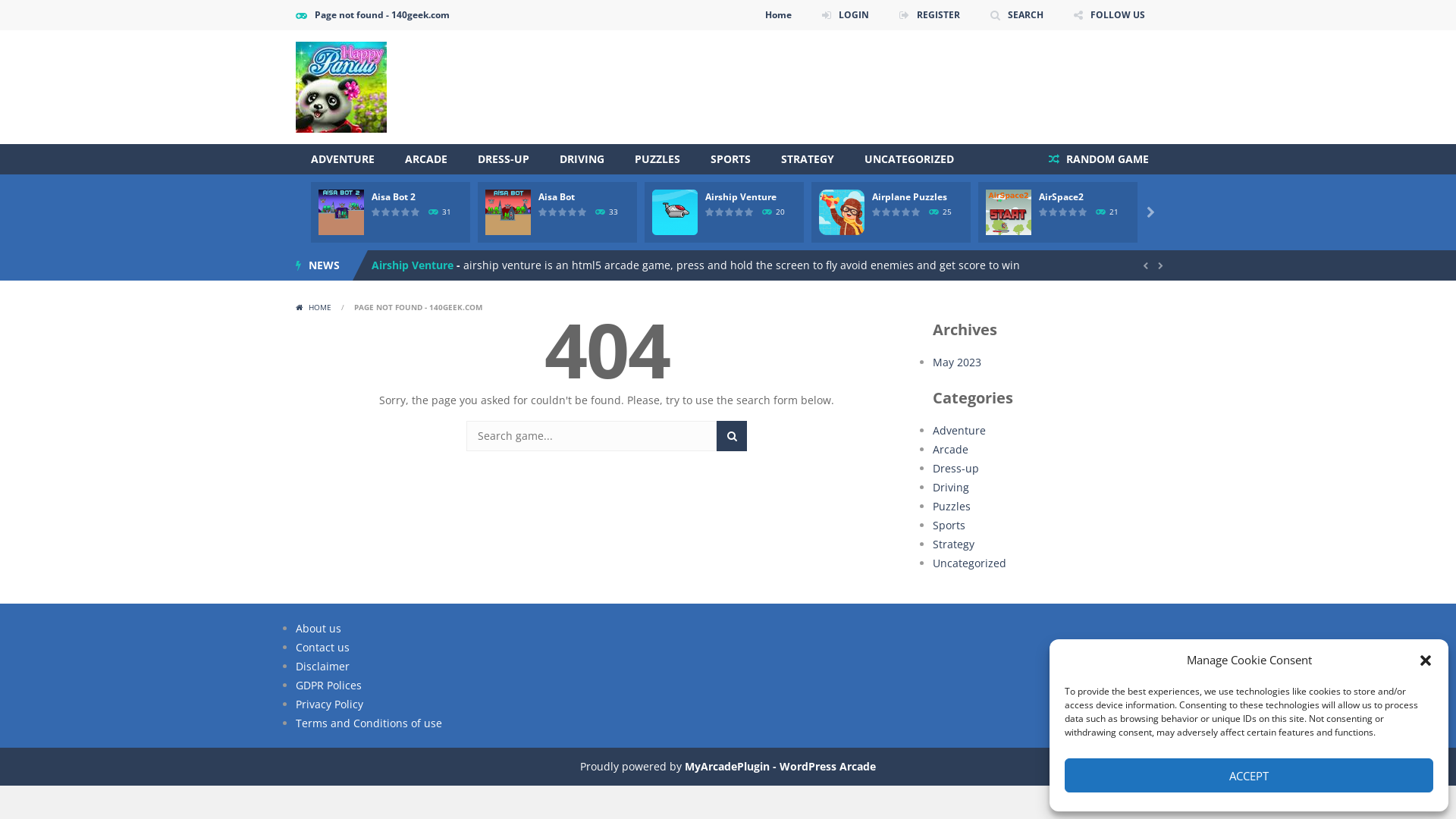 This screenshot has height=819, width=1456. Describe the element at coordinates (909, 158) in the screenshot. I see `'UNCATEGORIZED'` at that location.